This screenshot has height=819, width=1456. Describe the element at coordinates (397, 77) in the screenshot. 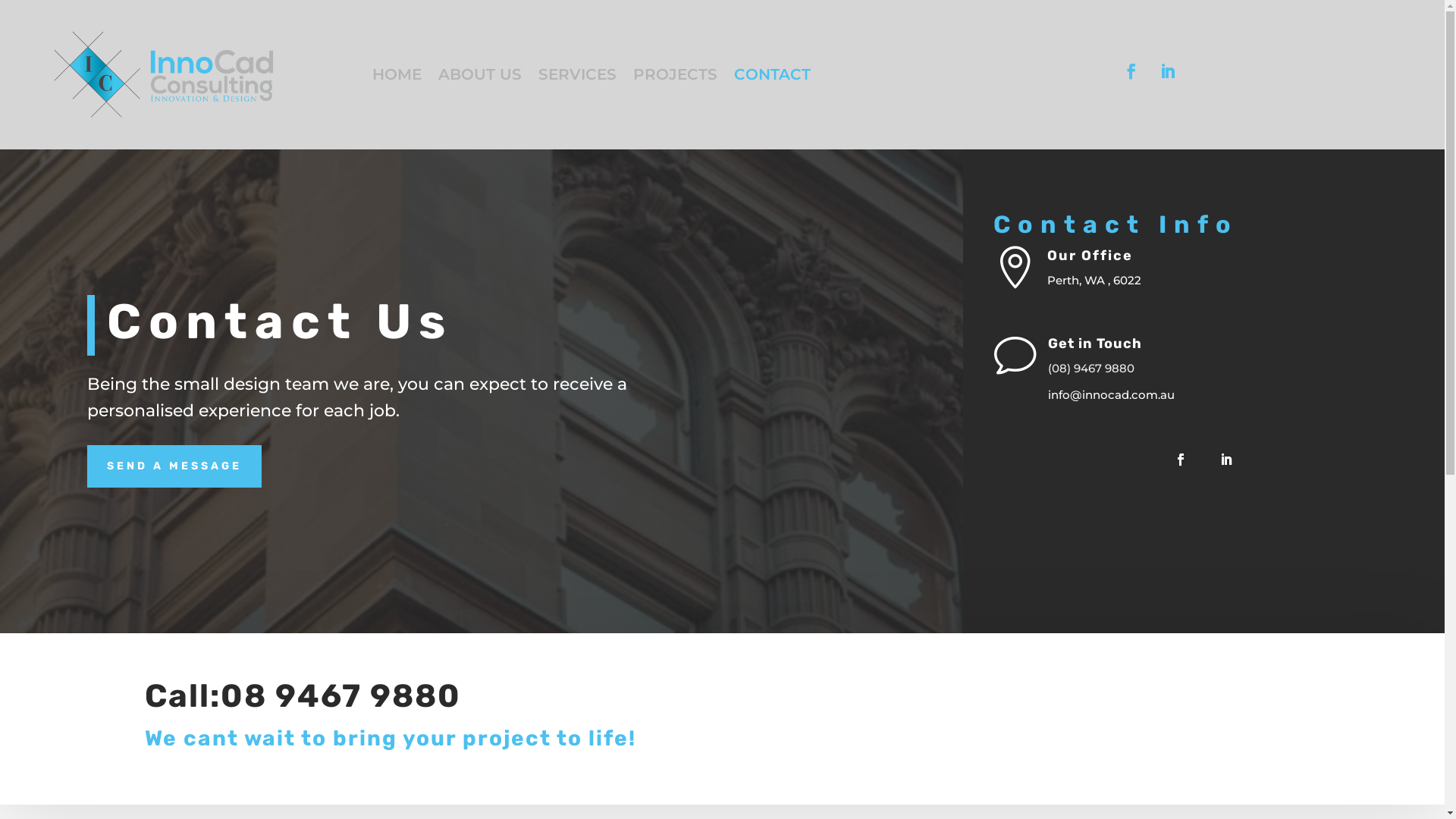

I see `'HOME'` at that location.